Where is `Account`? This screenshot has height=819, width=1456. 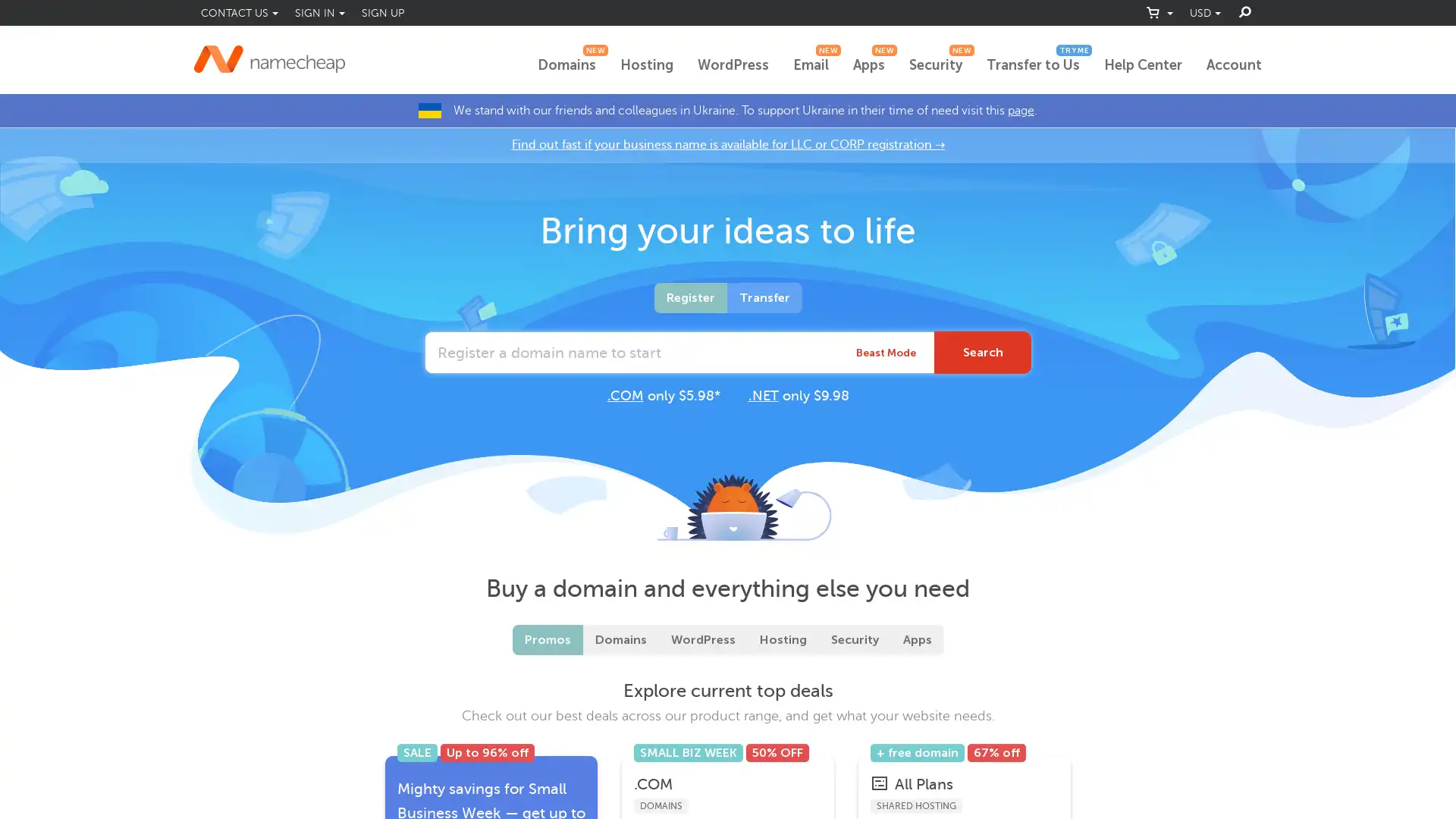
Account is located at coordinates (1234, 65).